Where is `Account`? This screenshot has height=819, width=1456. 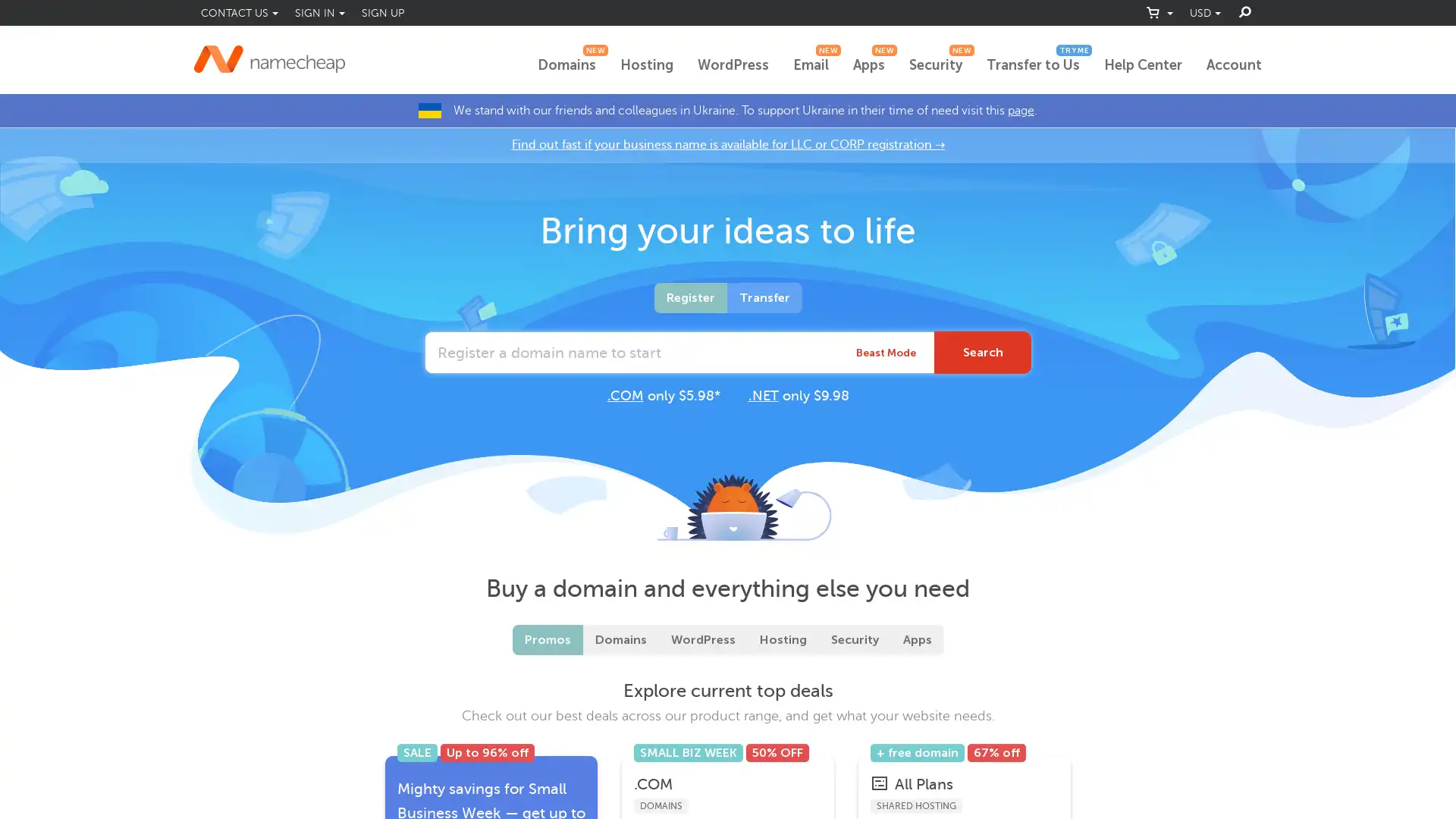
Account is located at coordinates (1234, 65).